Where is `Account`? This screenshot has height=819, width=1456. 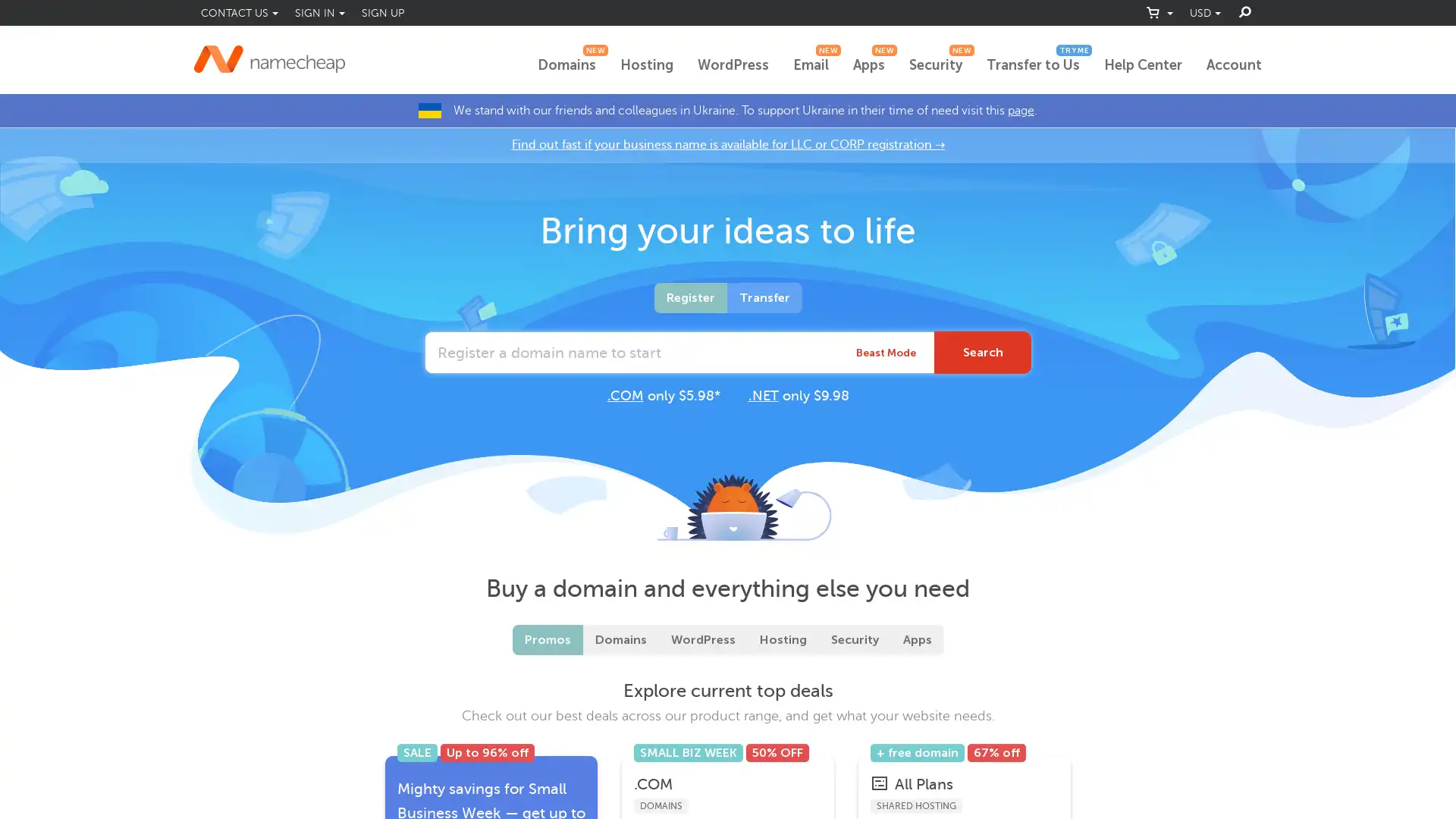
Account is located at coordinates (1234, 65).